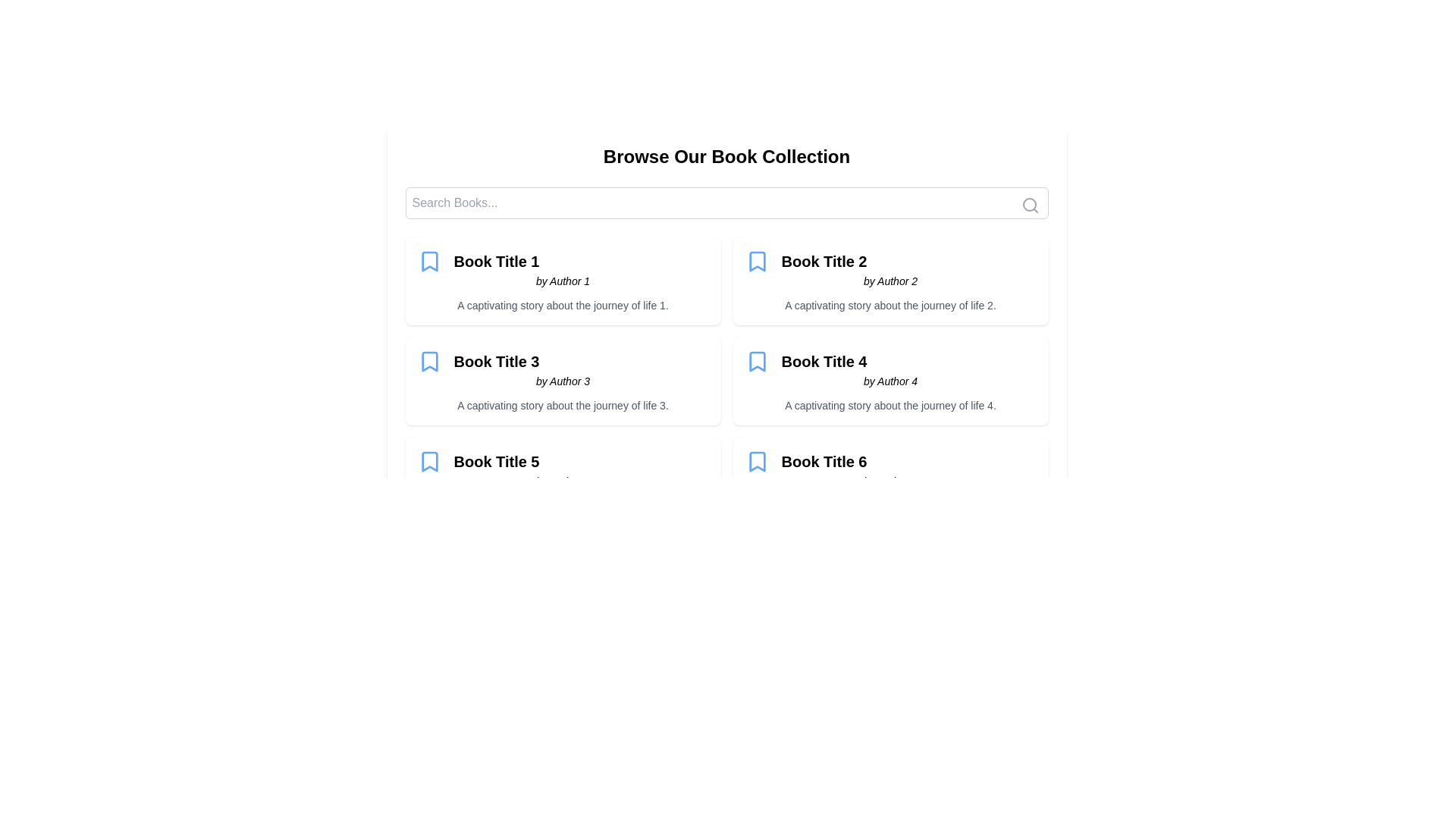  What do you see at coordinates (890, 380) in the screenshot?
I see `the text label reading 'by Author 4' which is styled in a small italic font, located below the 'Book Title 4' text within the fourth card of a two-column grid layout` at bounding box center [890, 380].